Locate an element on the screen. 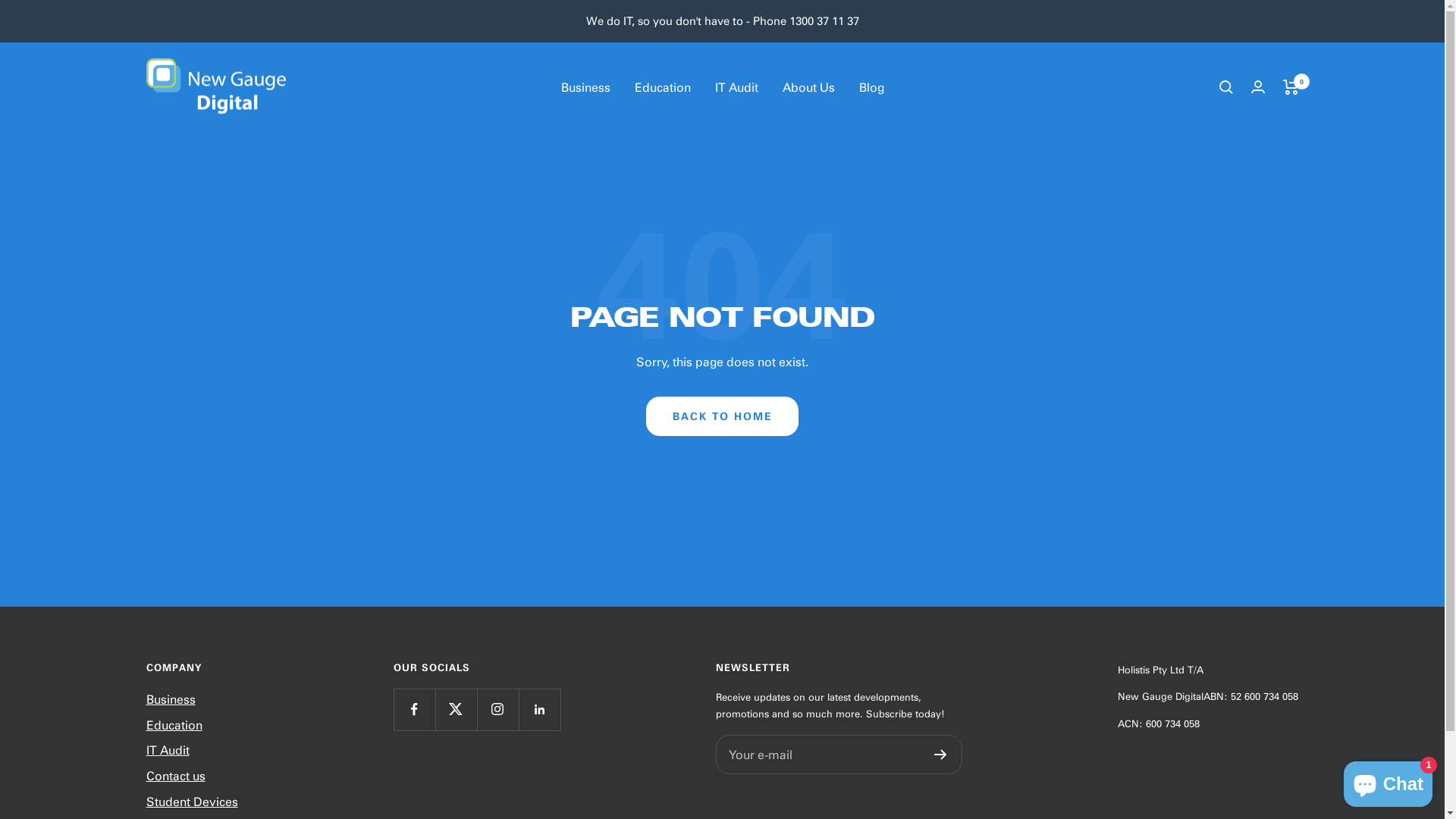  'Blog' is located at coordinates (871, 87).